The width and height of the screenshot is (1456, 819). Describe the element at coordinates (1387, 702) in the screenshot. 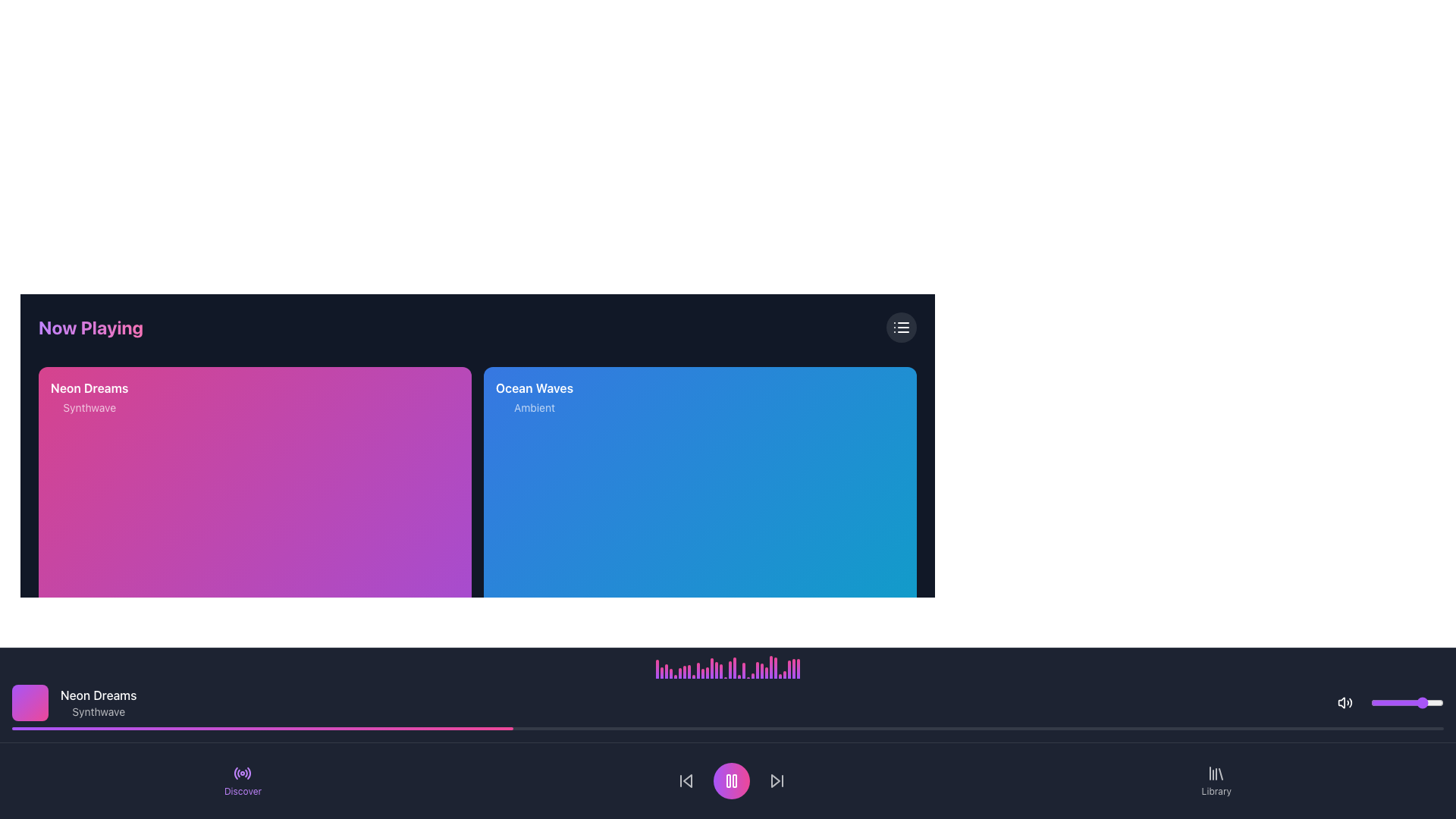

I see `the volume` at that location.